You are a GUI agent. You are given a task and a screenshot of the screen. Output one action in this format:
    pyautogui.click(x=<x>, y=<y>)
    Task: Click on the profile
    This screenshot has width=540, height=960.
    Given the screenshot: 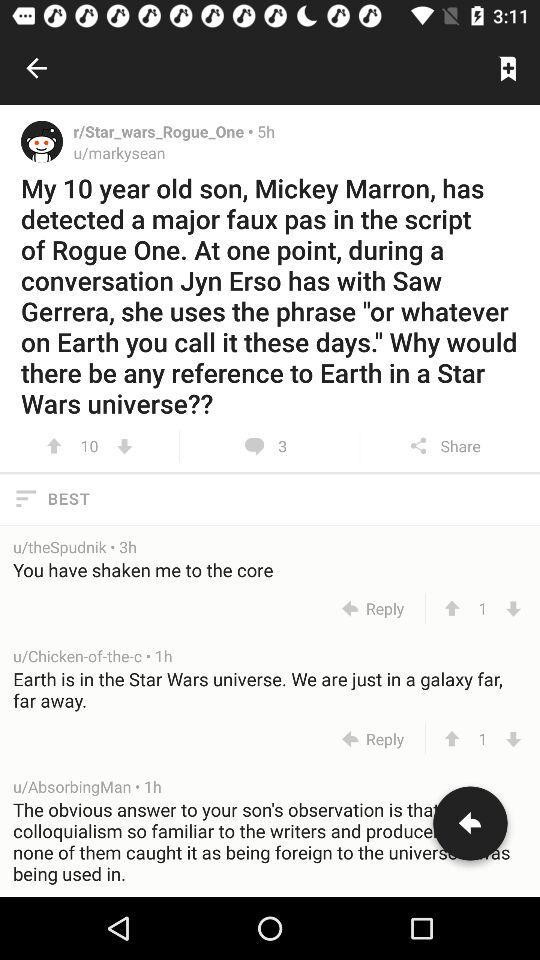 What is the action you would take?
    pyautogui.click(x=42, y=140)
    